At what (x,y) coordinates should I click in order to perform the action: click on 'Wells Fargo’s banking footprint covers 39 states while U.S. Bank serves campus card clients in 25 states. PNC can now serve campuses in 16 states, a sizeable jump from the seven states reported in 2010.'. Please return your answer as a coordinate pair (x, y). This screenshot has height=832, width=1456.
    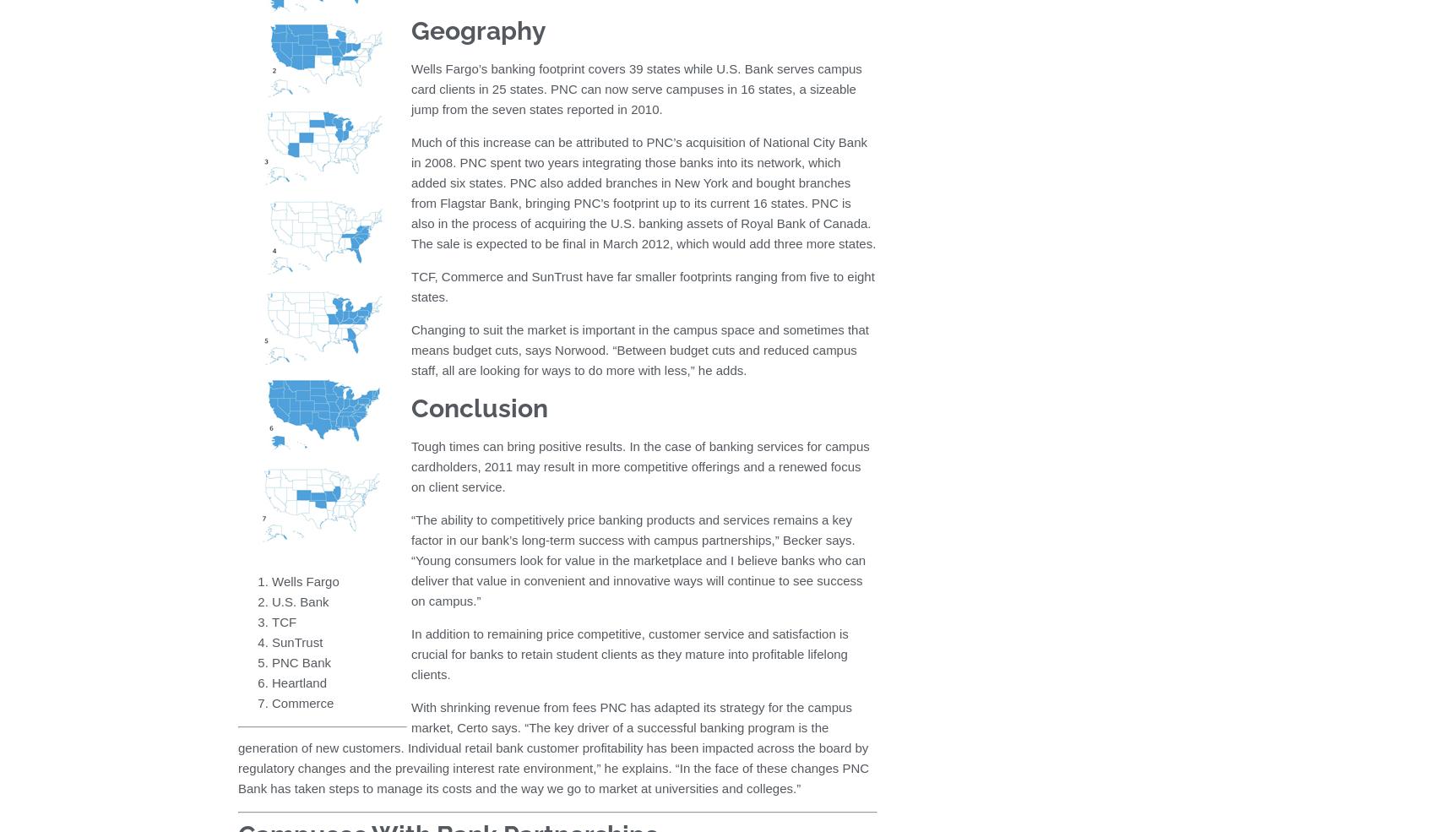
    Looking at the image, I should click on (636, 89).